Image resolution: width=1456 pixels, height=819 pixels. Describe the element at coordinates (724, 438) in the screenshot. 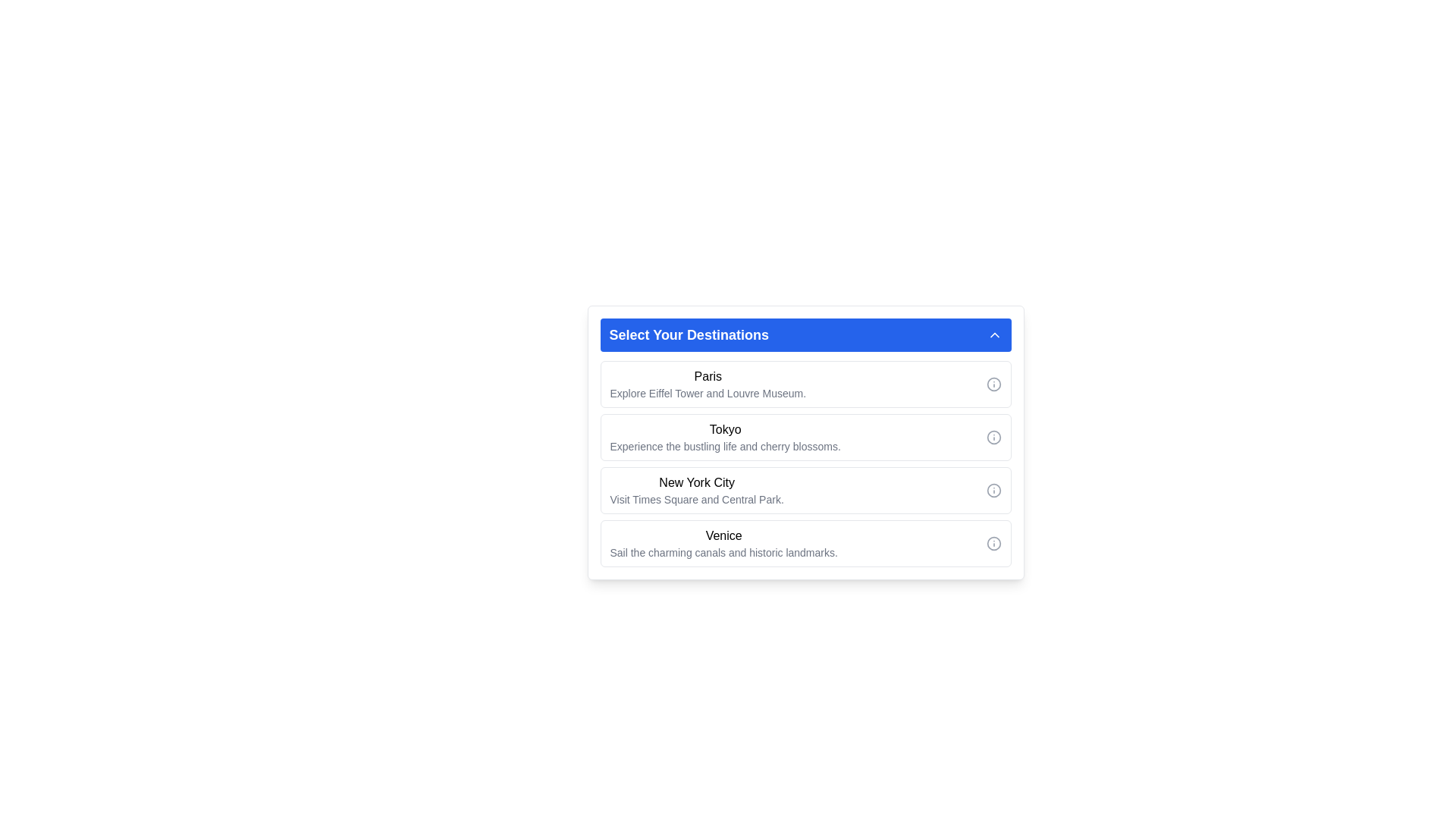

I see `the text block displaying 'Tokyo' with the description 'Experience the bustling life and cherry blossoms.' in the 'Select Your Destinations' menu` at that location.